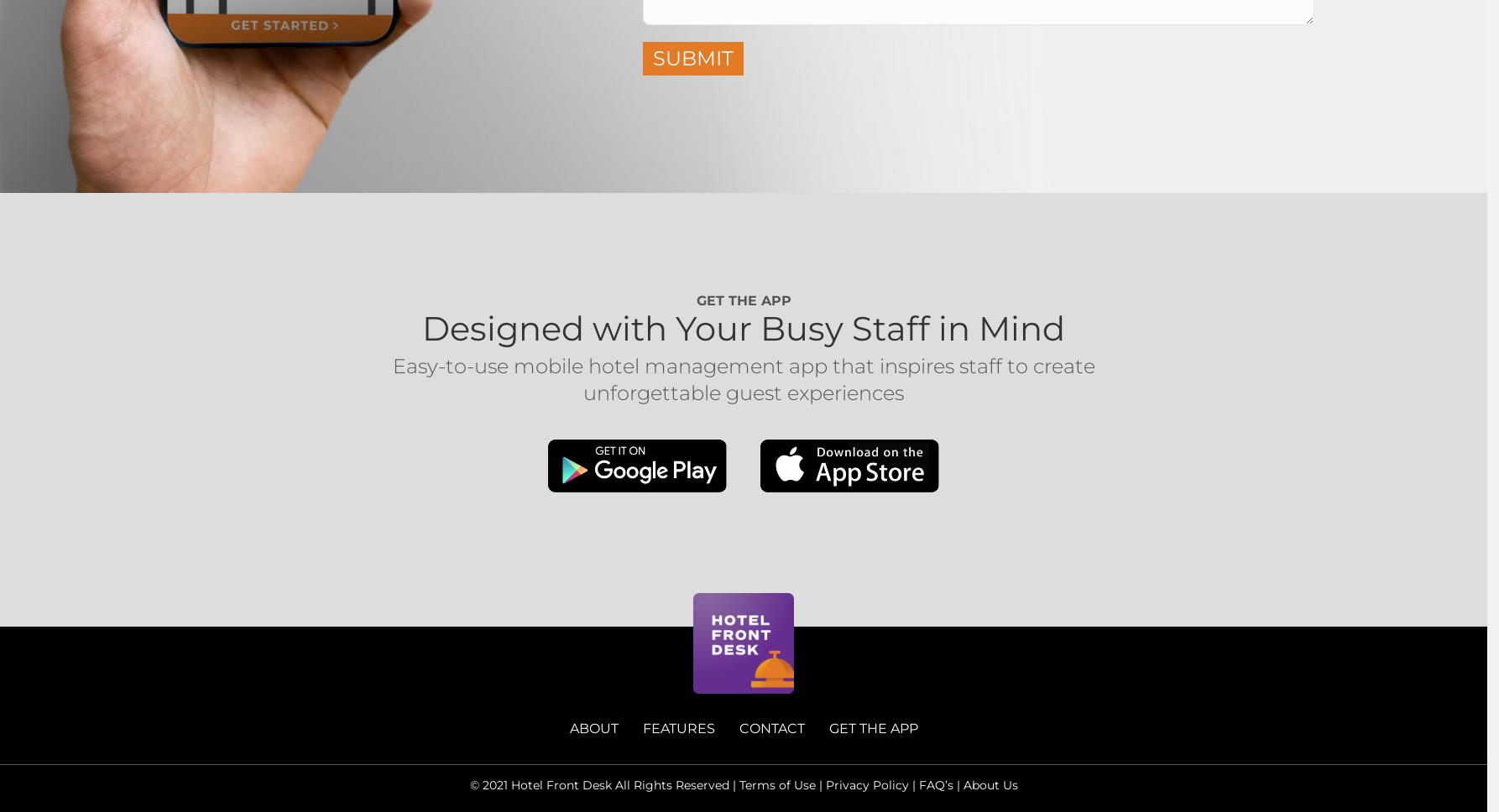 The image size is (1499, 812). Describe the element at coordinates (776, 783) in the screenshot. I see `'Terms of  Use'` at that location.